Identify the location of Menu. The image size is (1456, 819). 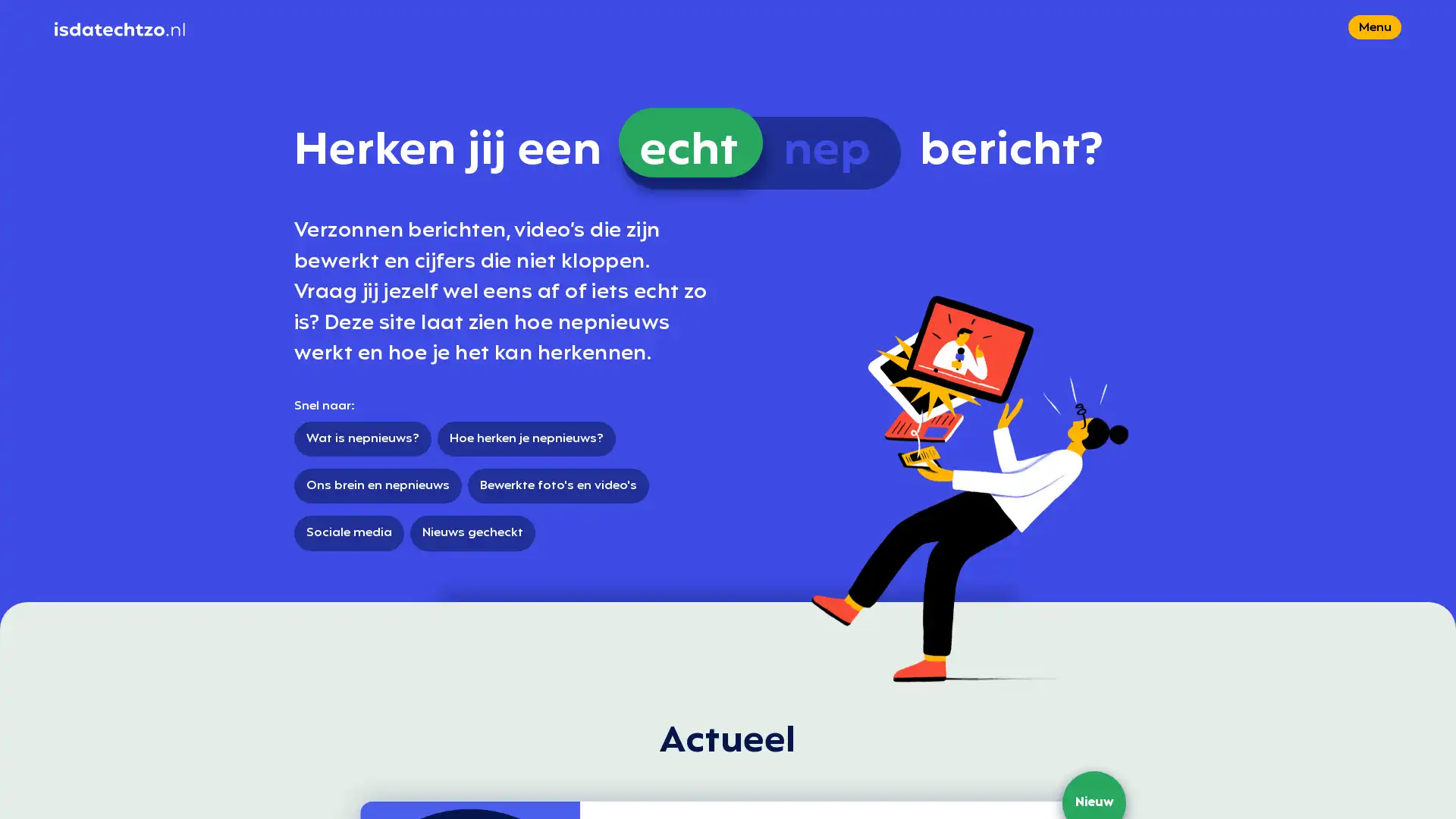
(1375, 49).